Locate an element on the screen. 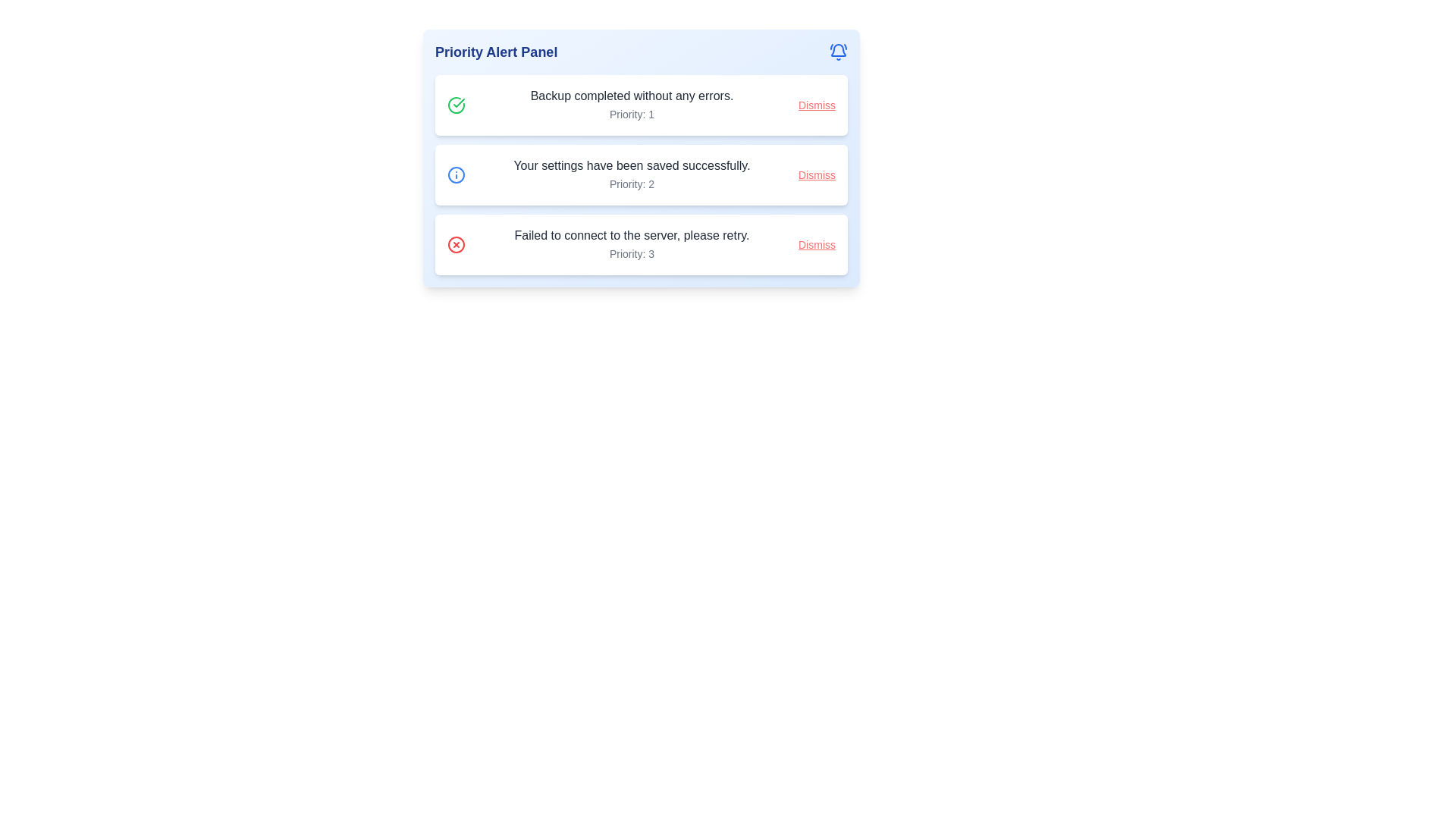 This screenshot has width=1456, height=819. error message displayed on the Notification card indicating a failed server connection, which is the third notification in a vertical list is located at coordinates (641, 244).